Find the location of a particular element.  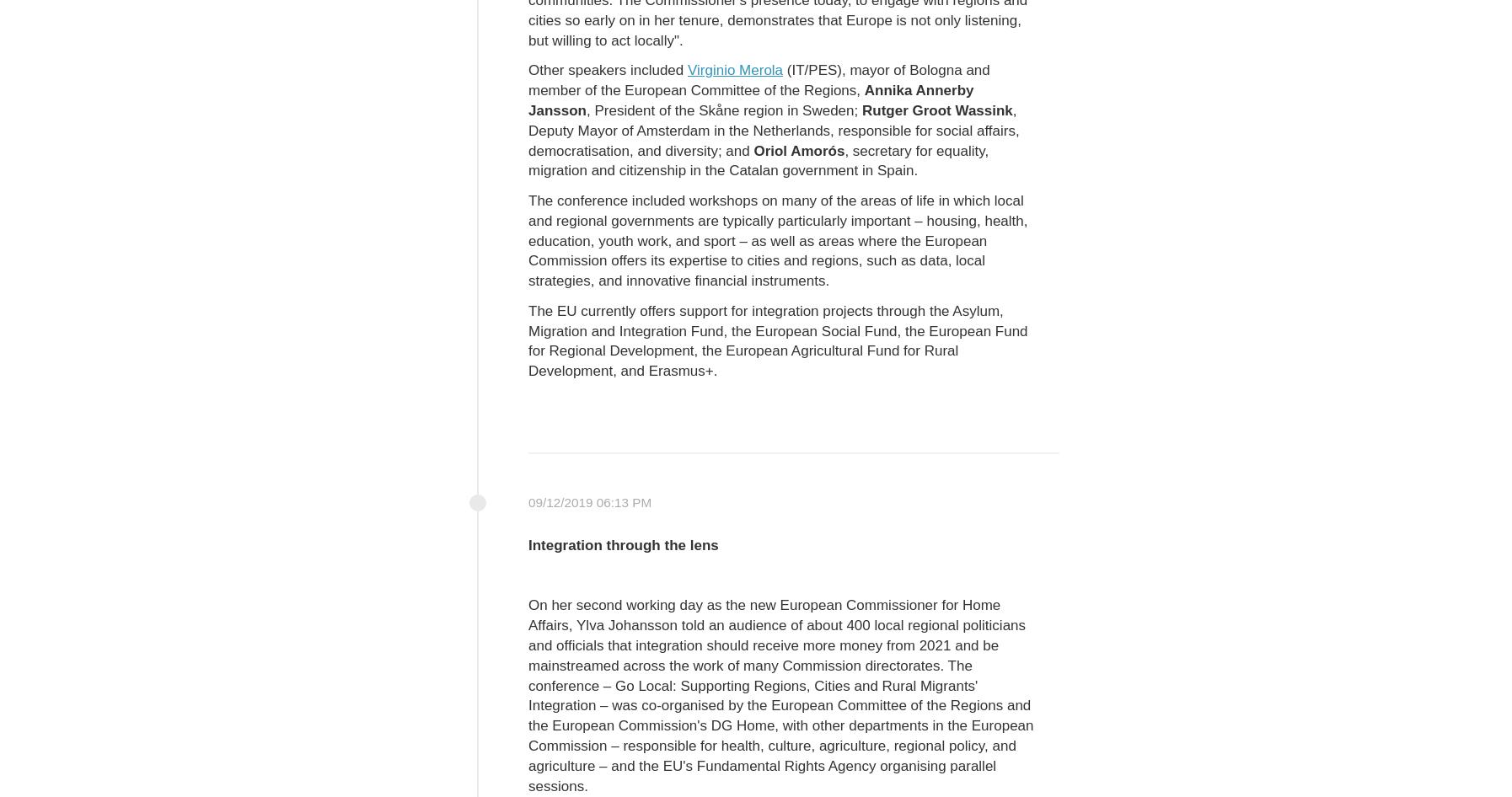

'Oriol Amorós' is located at coordinates (797, 150).